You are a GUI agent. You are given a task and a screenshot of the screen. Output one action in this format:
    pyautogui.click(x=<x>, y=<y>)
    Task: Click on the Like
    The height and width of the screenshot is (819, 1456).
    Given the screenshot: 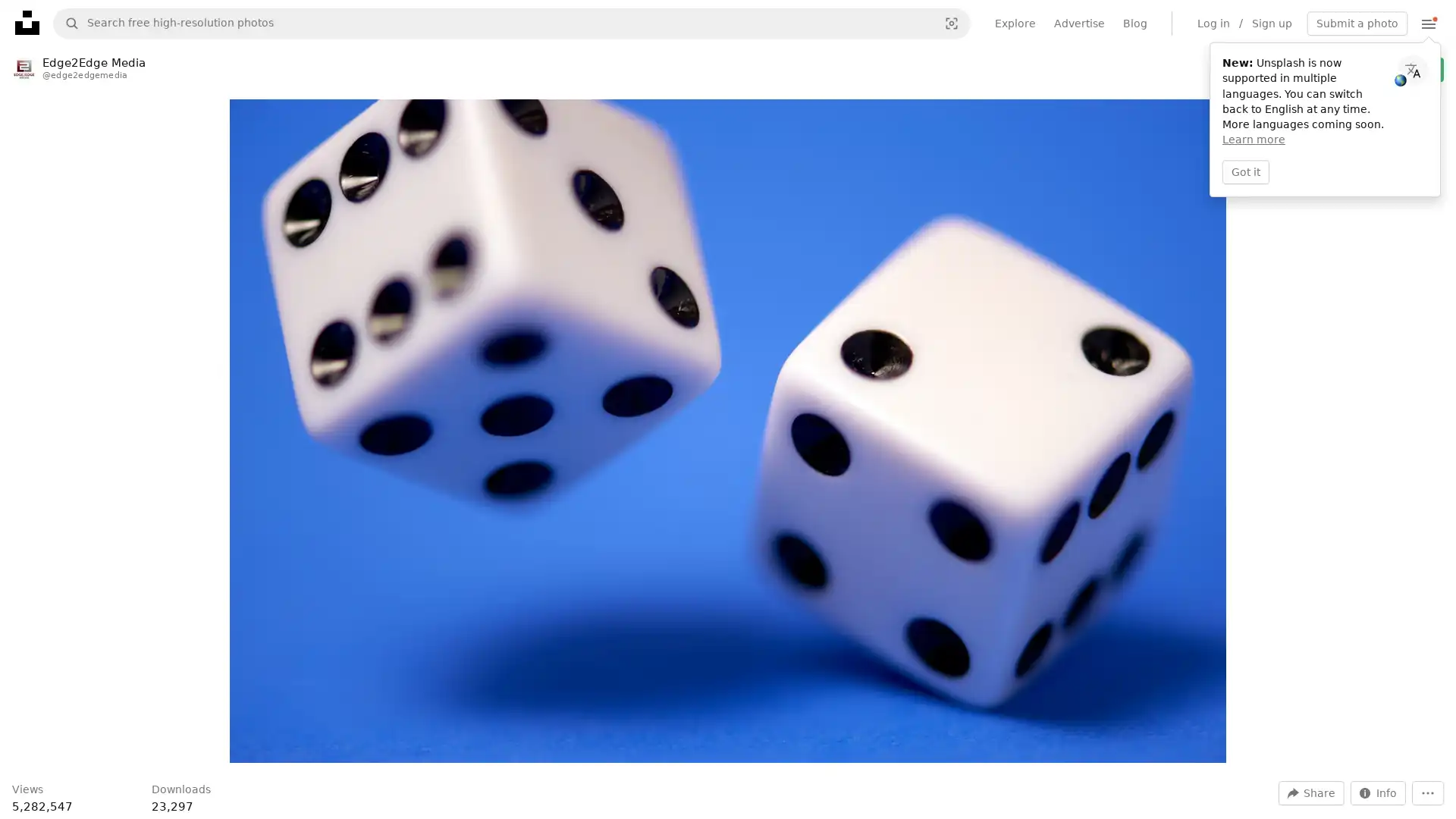 What is the action you would take?
    pyautogui.click(x=1263, y=69)
    